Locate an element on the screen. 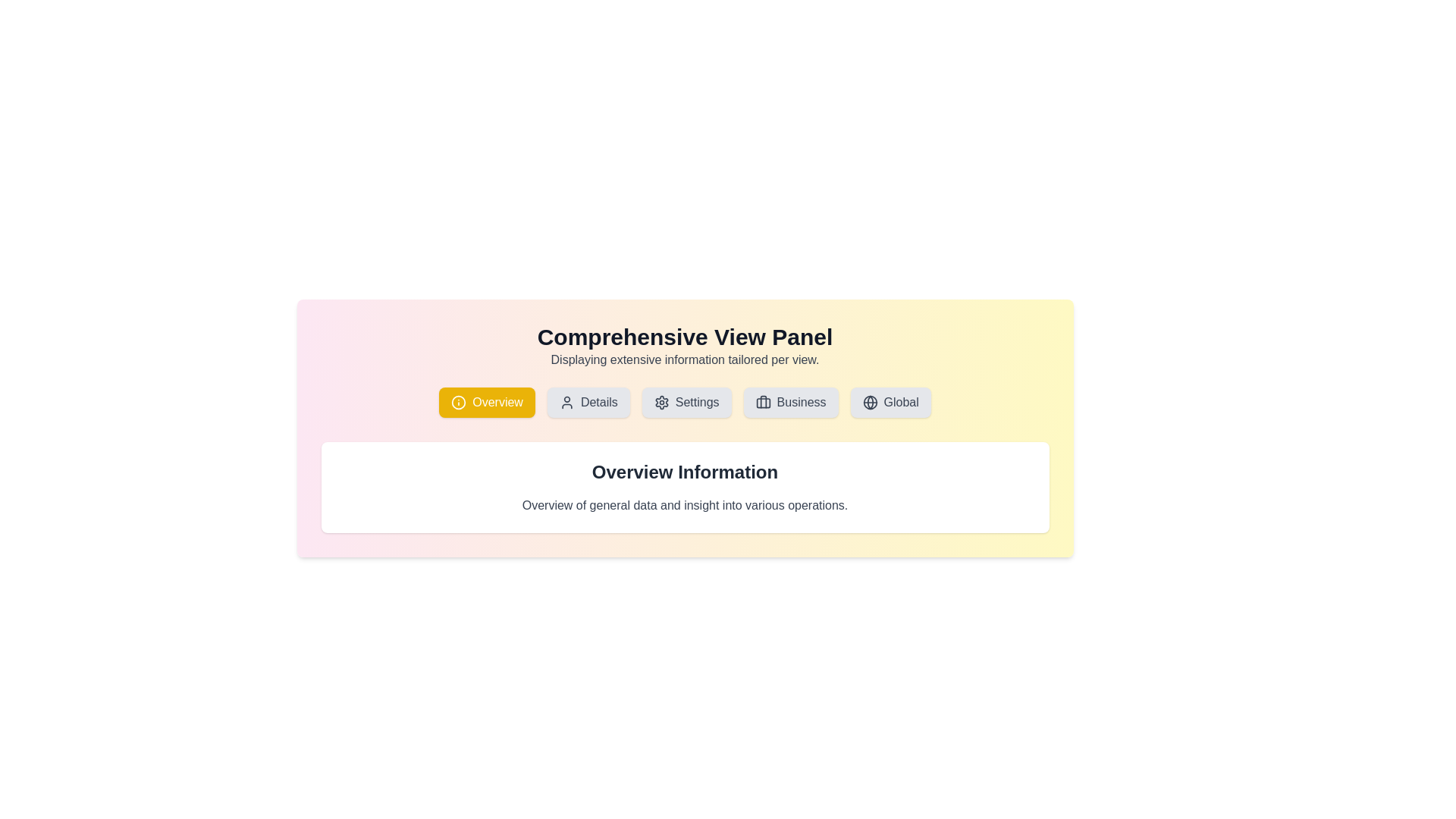 Image resolution: width=1456 pixels, height=819 pixels. the SVG circle representing the globe icon within the 'Global' button in the 'Comprehensive View Panel' is located at coordinates (870, 402).